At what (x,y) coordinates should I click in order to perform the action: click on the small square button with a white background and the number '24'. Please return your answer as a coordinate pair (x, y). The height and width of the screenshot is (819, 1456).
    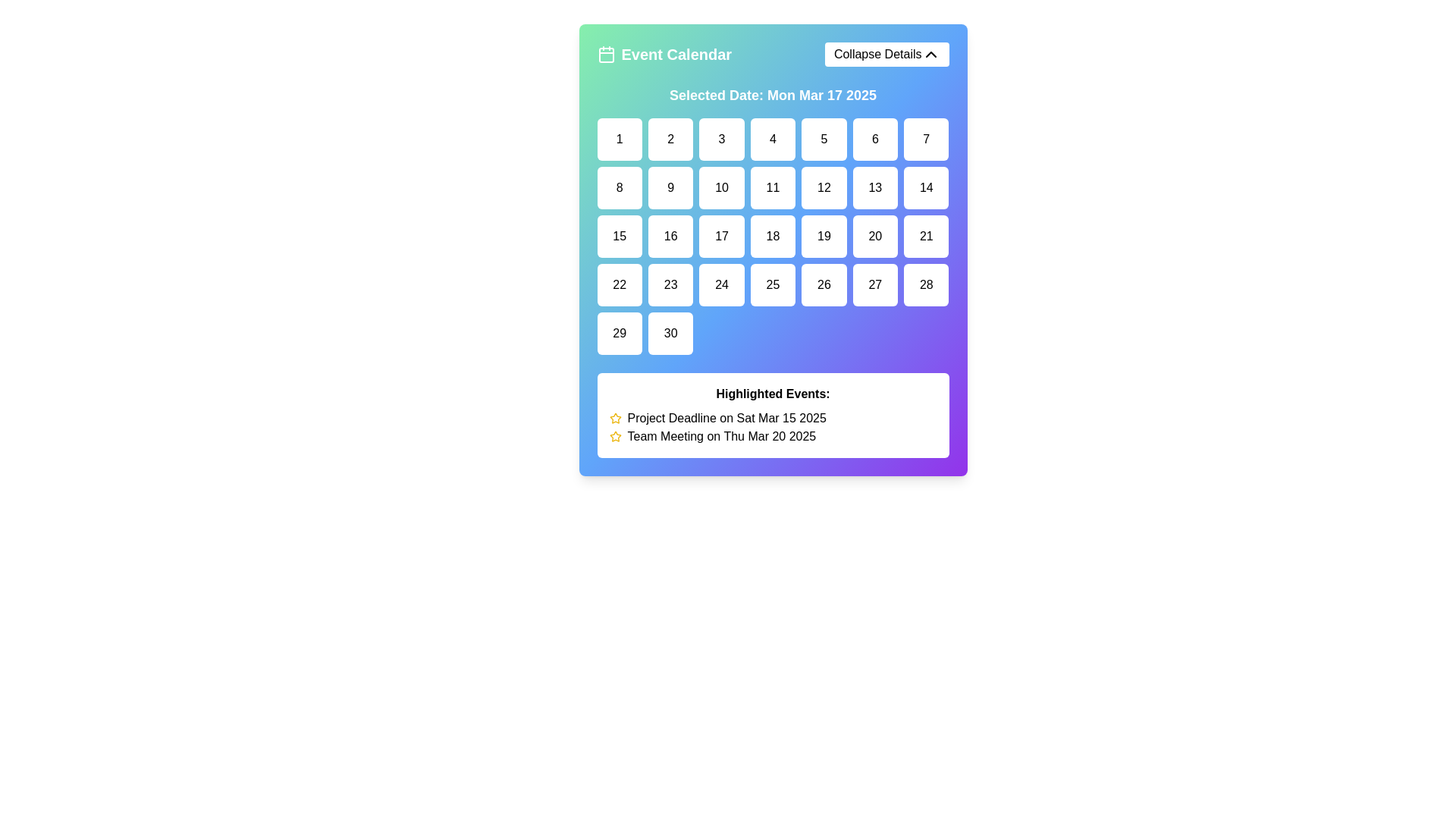
    Looking at the image, I should click on (721, 284).